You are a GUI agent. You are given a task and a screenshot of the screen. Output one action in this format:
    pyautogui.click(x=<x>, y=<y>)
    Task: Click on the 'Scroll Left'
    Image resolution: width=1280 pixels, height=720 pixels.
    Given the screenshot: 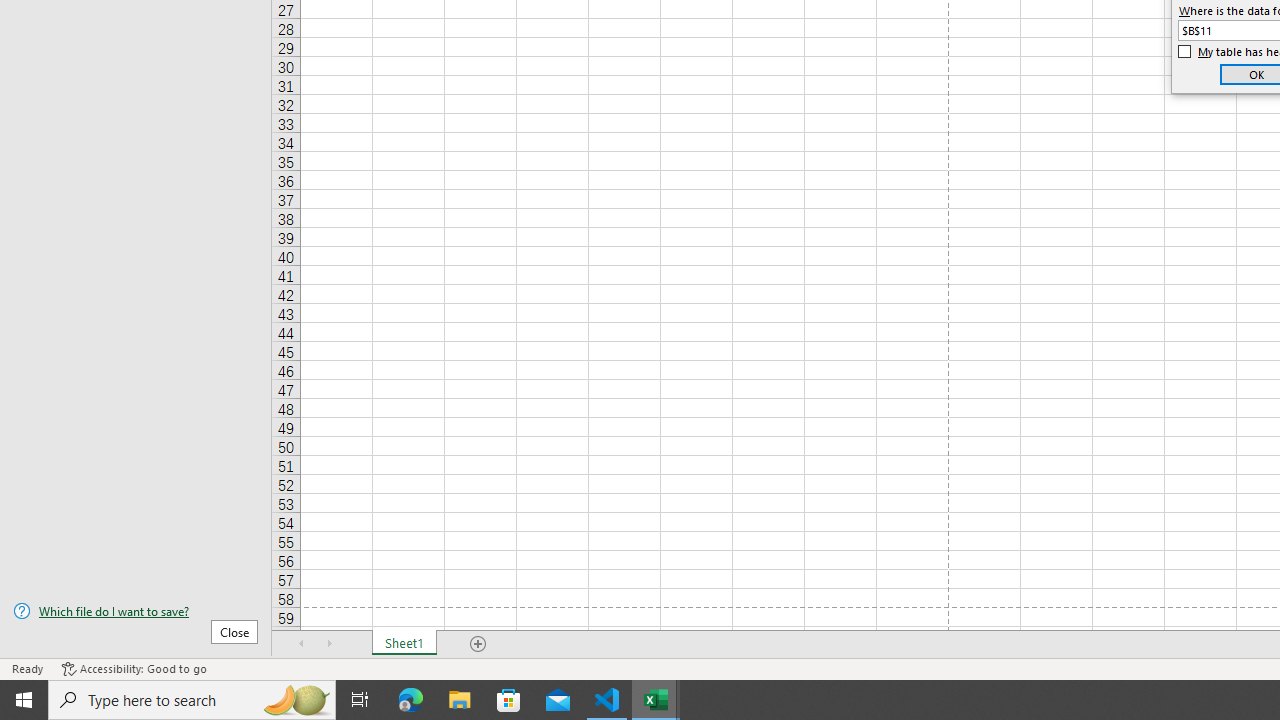 What is the action you would take?
    pyautogui.click(x=301, y=644)
    